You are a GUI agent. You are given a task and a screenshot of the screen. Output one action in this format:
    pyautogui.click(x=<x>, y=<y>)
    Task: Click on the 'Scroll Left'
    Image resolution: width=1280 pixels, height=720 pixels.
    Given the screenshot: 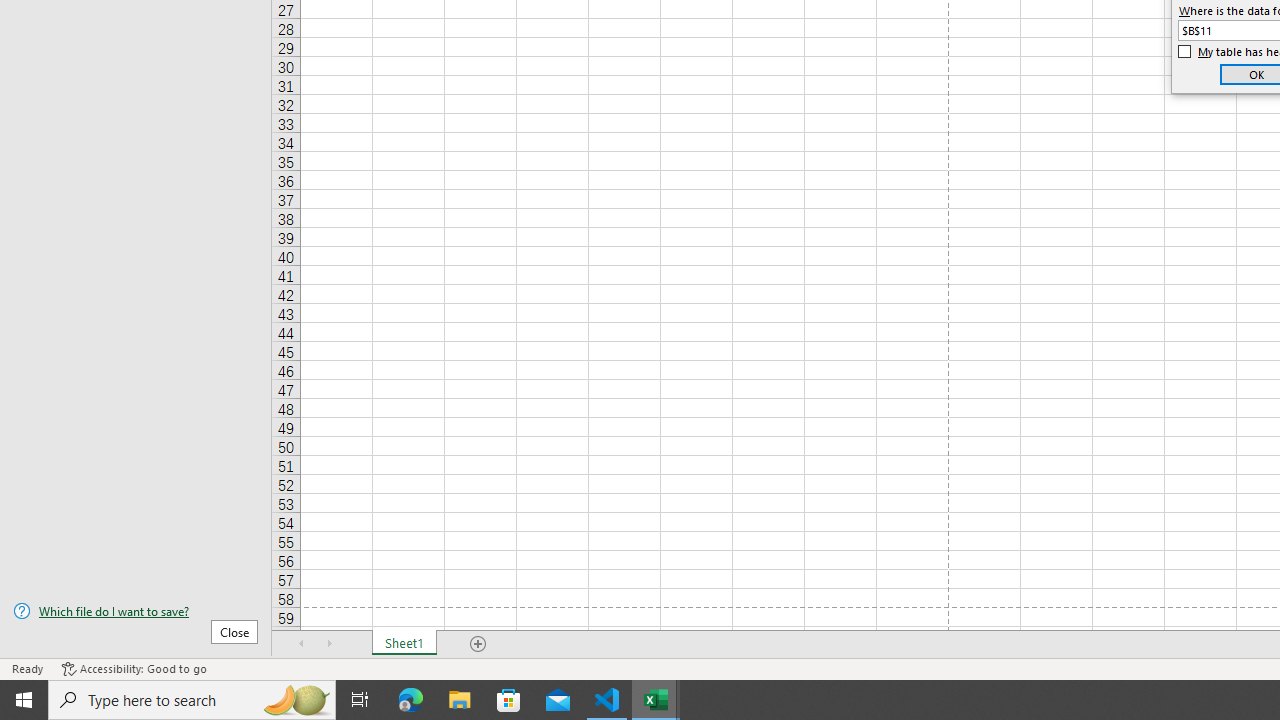 What is the action you would take?
    pyautogui.click(x=301, y=644)
    